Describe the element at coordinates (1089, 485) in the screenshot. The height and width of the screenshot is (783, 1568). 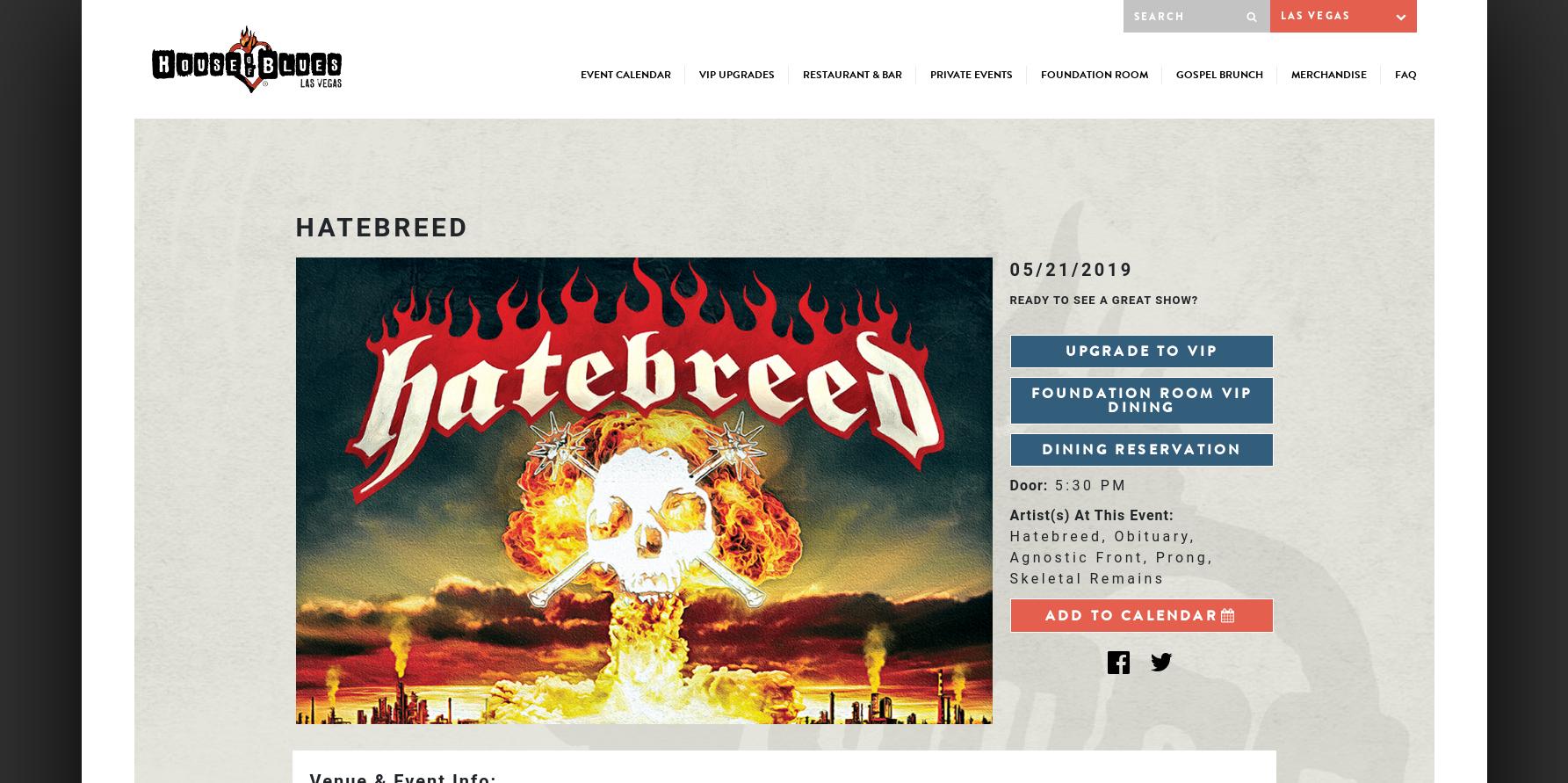
I see `'5:30 PM'` at that location.